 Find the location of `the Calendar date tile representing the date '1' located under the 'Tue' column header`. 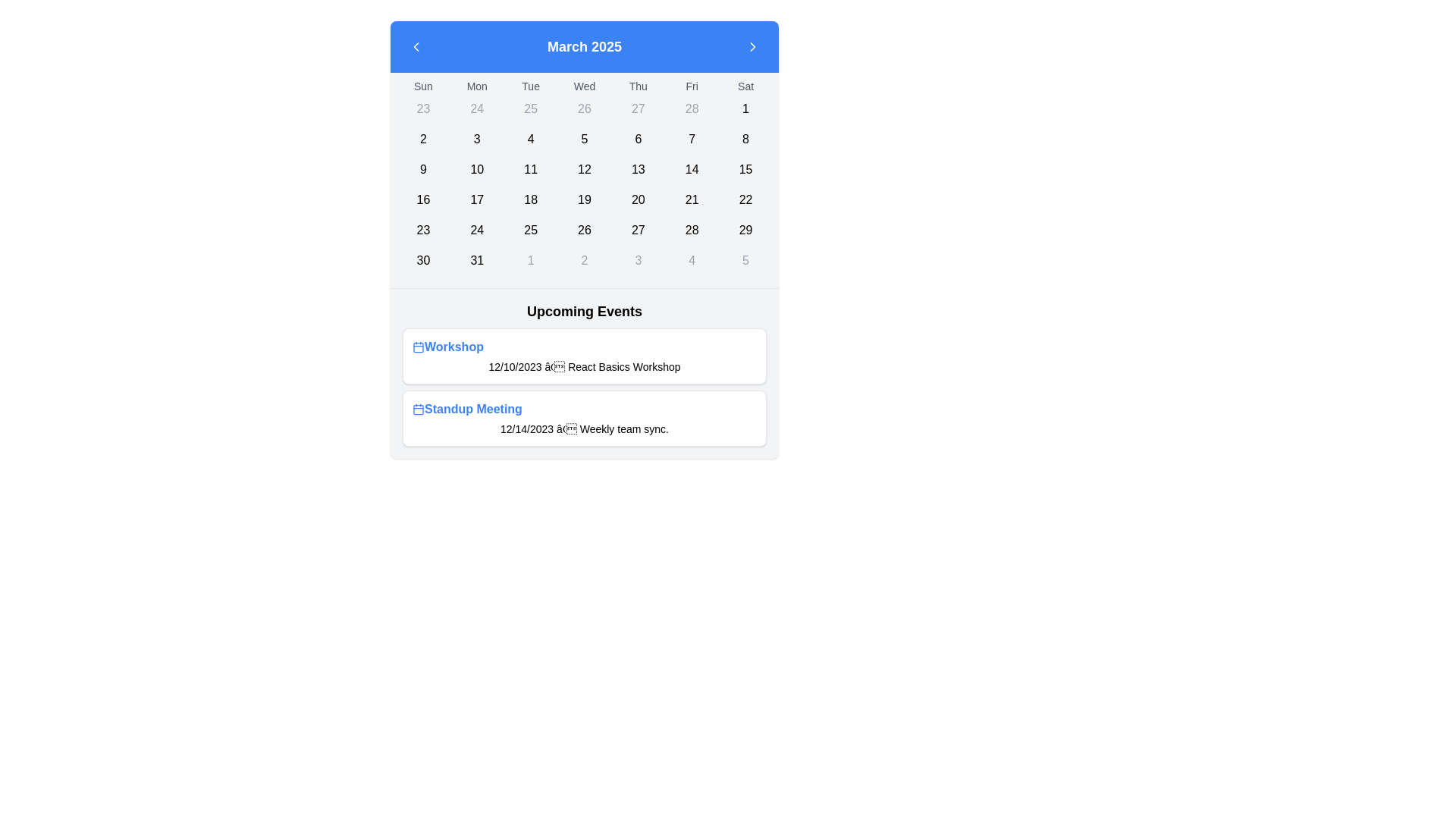

the Calendar date tile representing the date '1' located under the 'Tue' column header is located at coordinates (531, 259).